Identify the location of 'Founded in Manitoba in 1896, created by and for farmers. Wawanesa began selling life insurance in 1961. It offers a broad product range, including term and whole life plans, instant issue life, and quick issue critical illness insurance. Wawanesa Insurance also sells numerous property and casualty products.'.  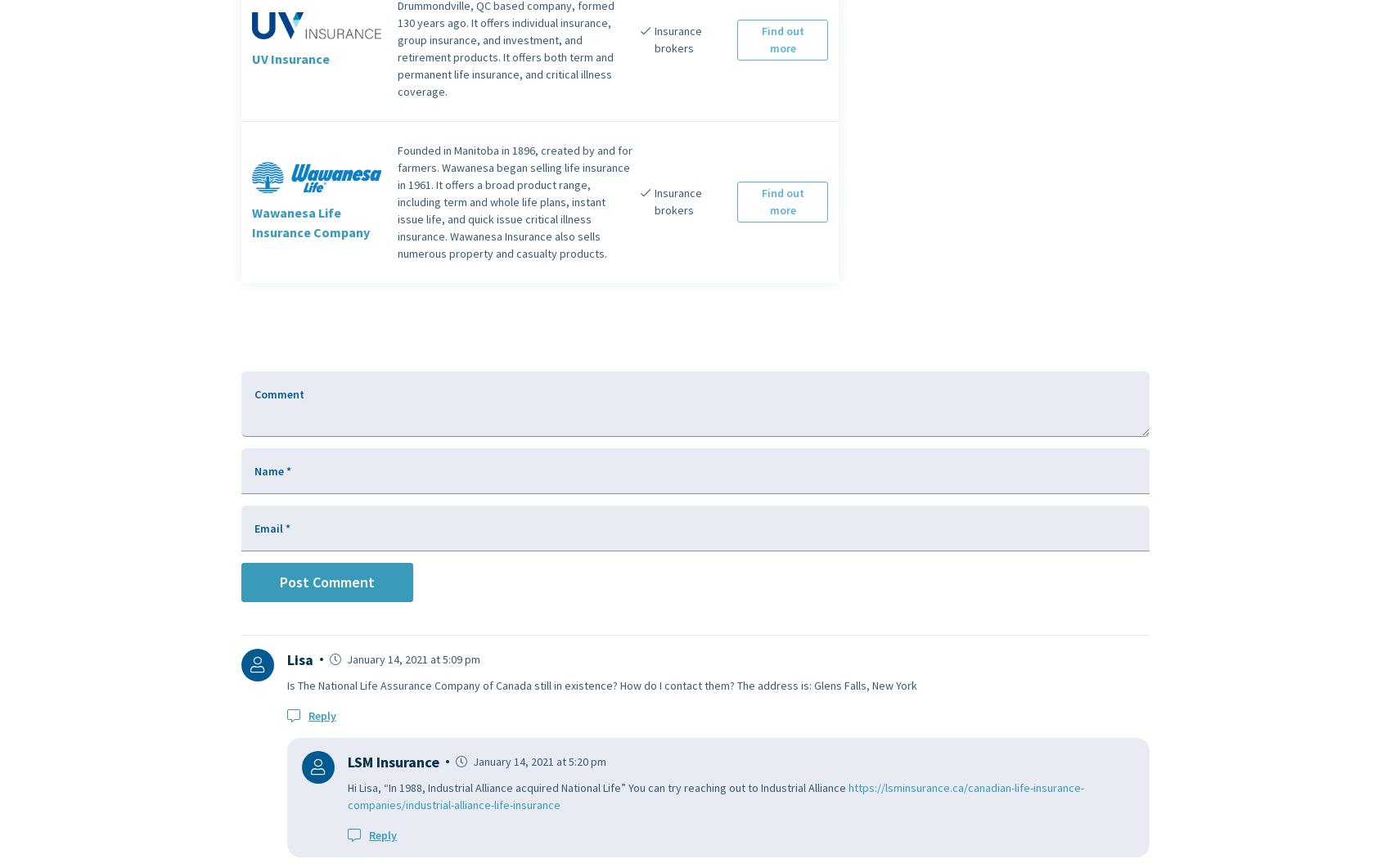
(514, 200).